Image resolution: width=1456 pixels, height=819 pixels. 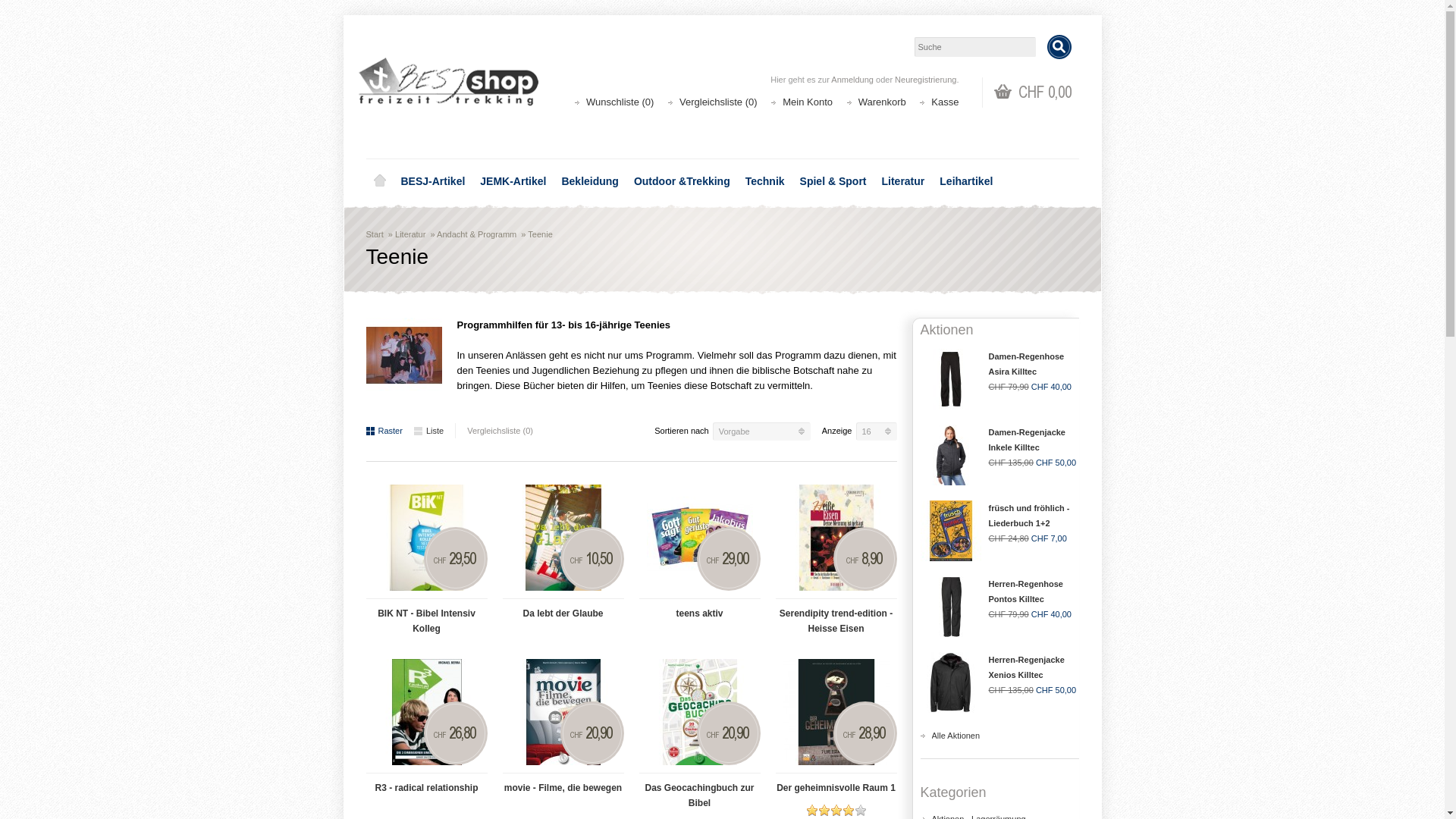 I want to click on 'Literatur', so click(x=410, y=234).